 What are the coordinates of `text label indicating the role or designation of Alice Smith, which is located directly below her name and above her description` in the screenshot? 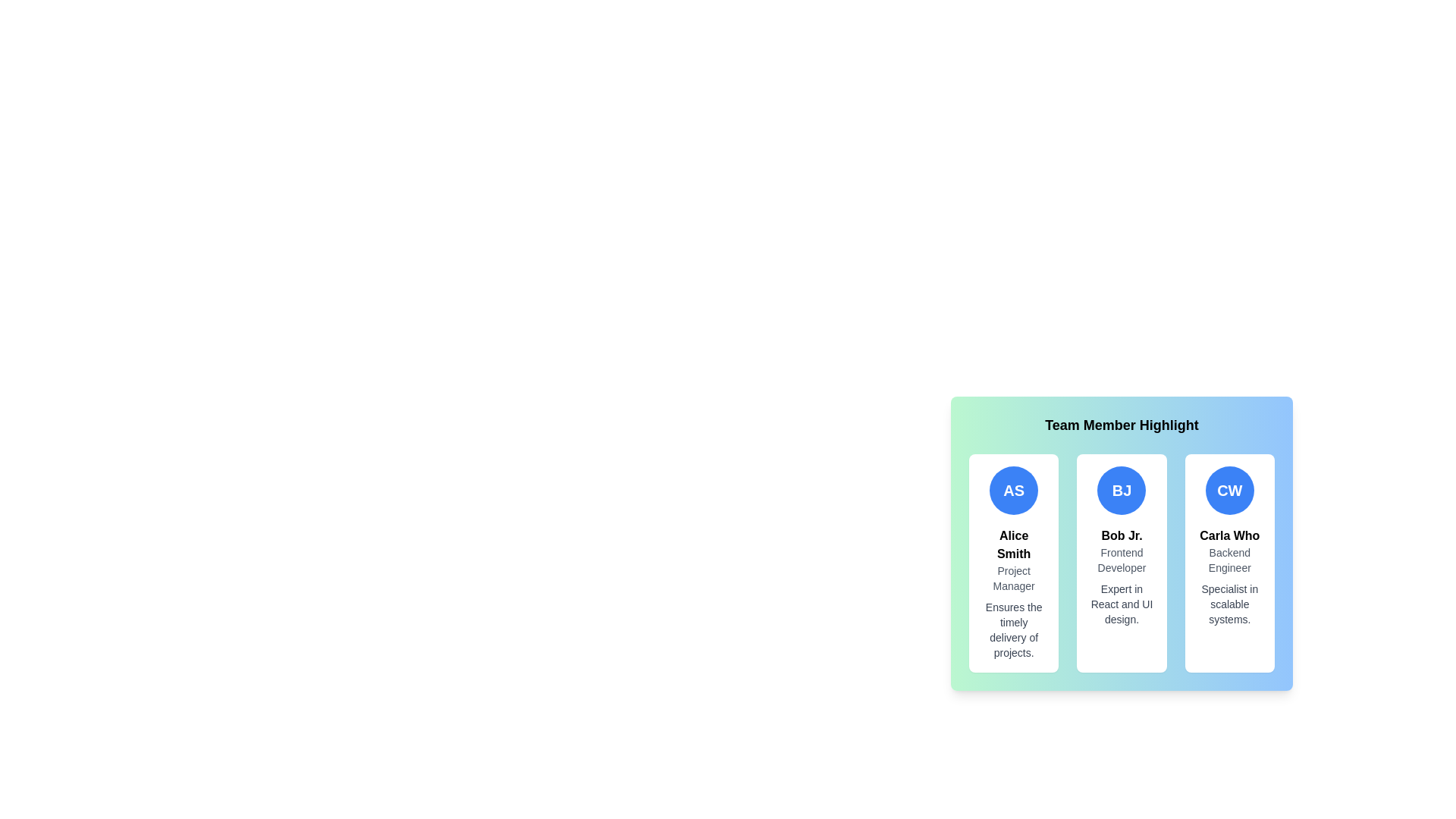 It's located at (1014, 579).